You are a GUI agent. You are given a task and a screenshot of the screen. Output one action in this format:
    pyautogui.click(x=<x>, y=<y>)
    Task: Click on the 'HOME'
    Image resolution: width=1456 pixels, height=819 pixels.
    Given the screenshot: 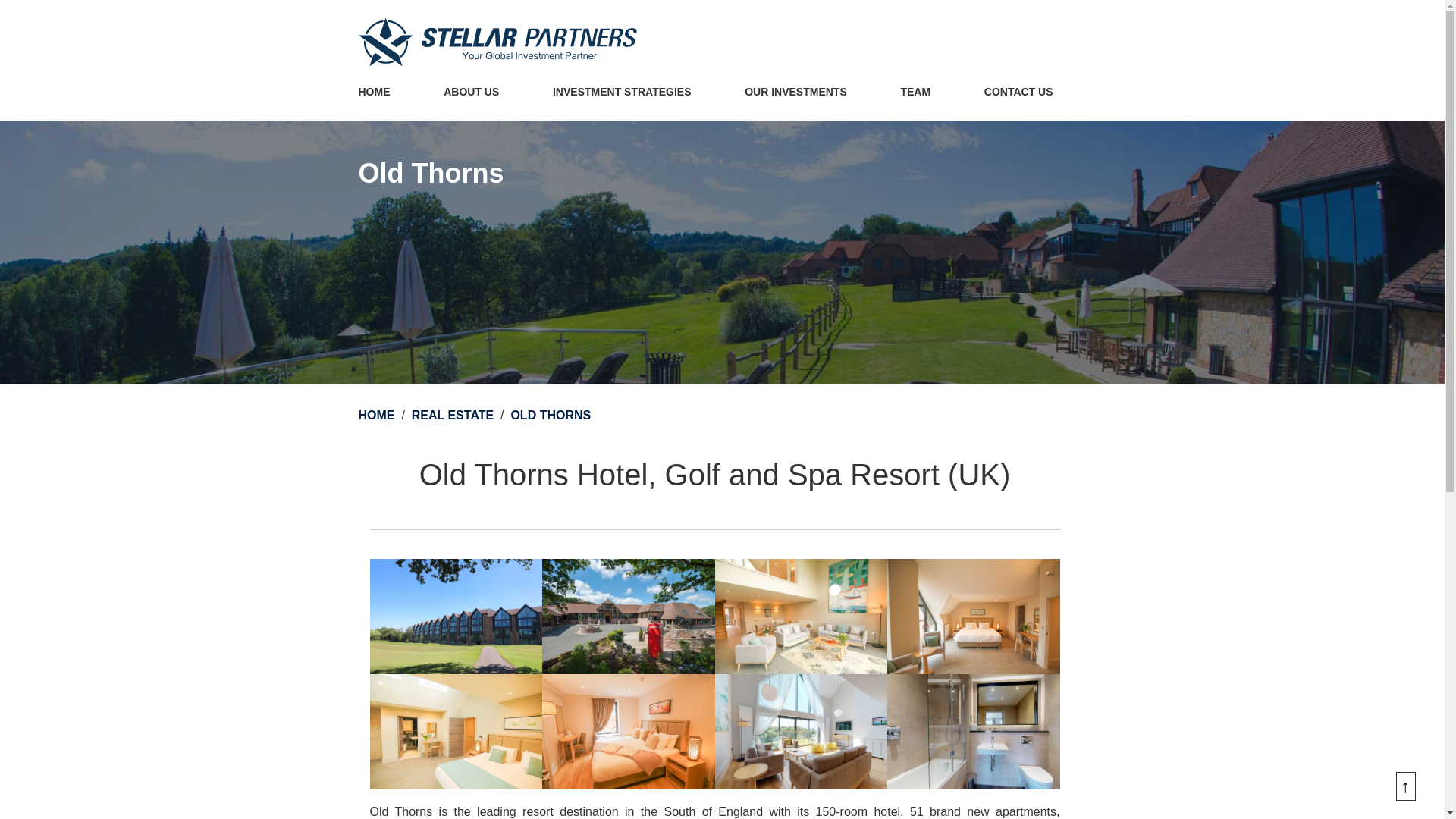 What is the action you would take?
    pyautogui.click(x=356, y=93)
    